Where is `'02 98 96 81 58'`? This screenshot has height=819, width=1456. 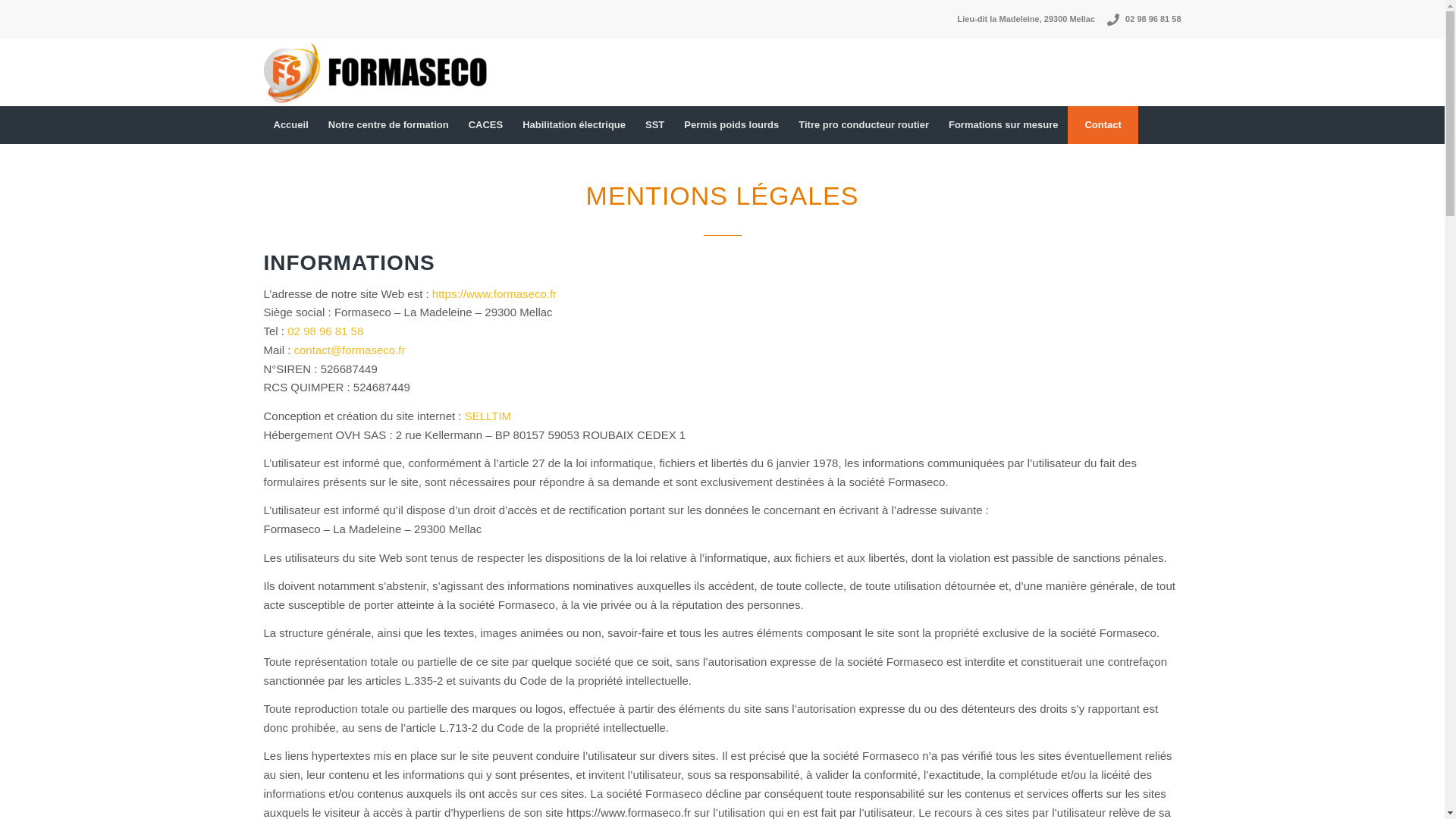
'02 98 96 81 58' is located at coordinates (1125, 19).